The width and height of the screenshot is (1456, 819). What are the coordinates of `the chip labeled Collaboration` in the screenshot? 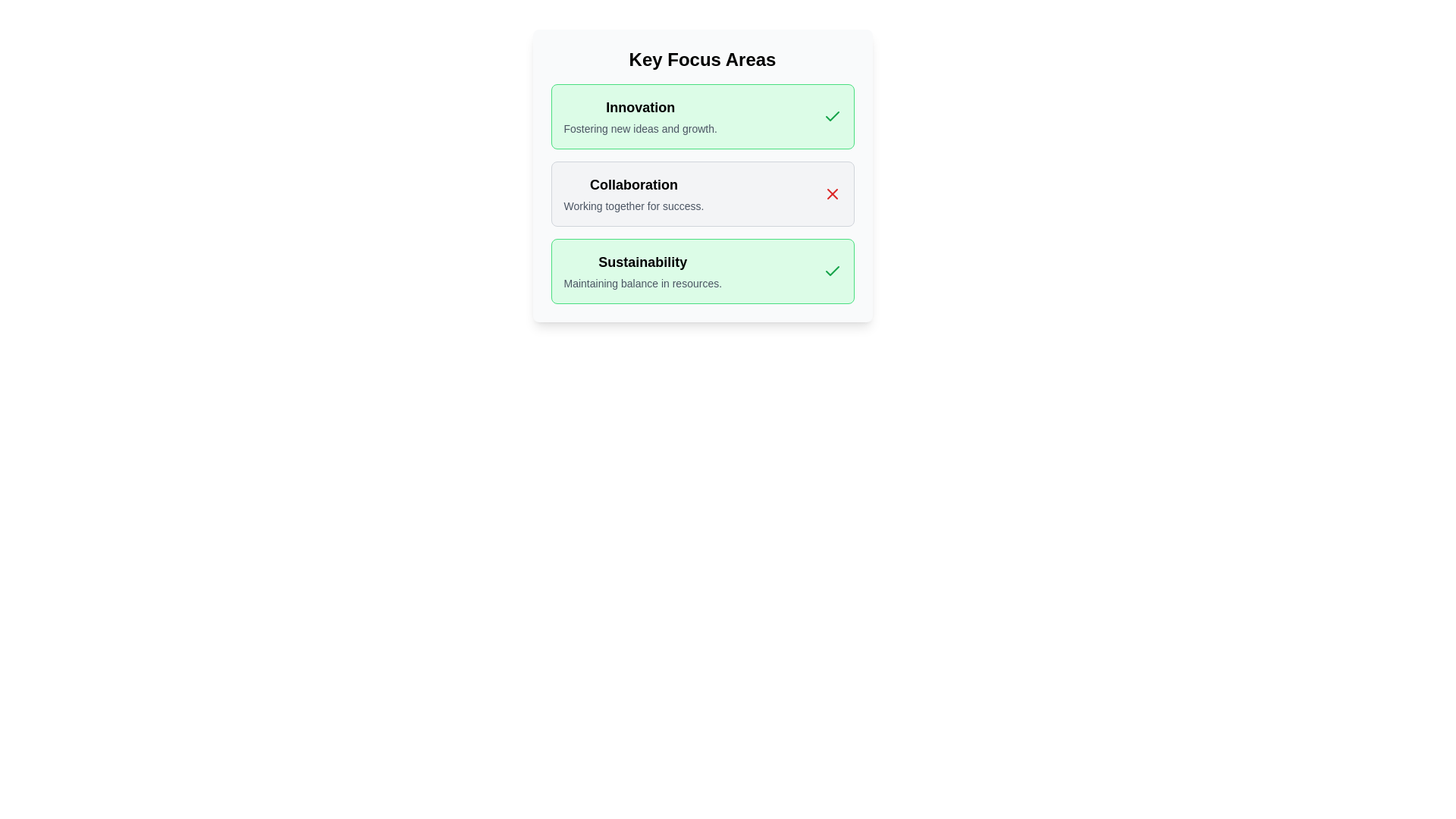 It's located at (701, 193).